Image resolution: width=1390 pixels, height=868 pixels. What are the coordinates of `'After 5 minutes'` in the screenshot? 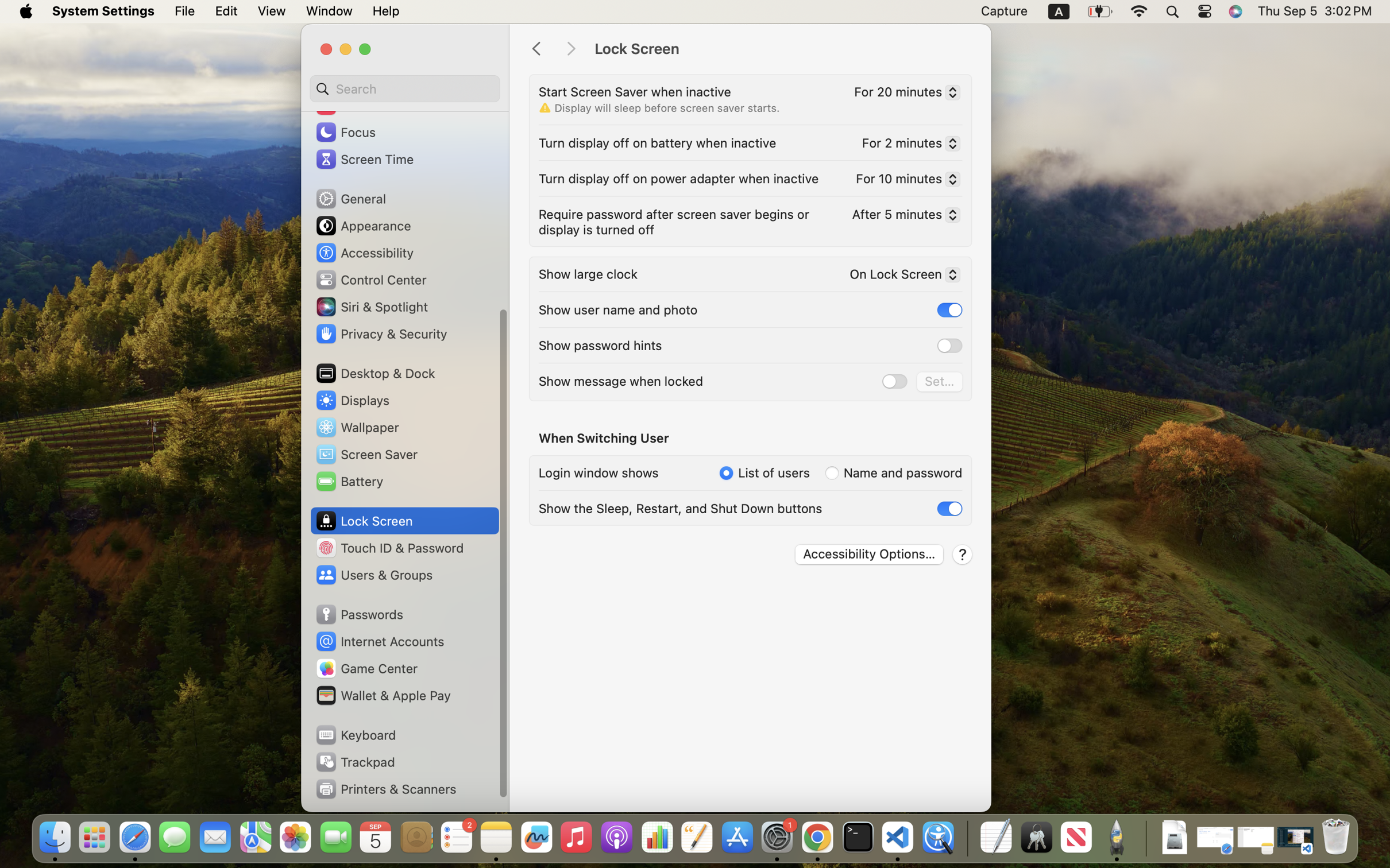 It's located at (902, 215).